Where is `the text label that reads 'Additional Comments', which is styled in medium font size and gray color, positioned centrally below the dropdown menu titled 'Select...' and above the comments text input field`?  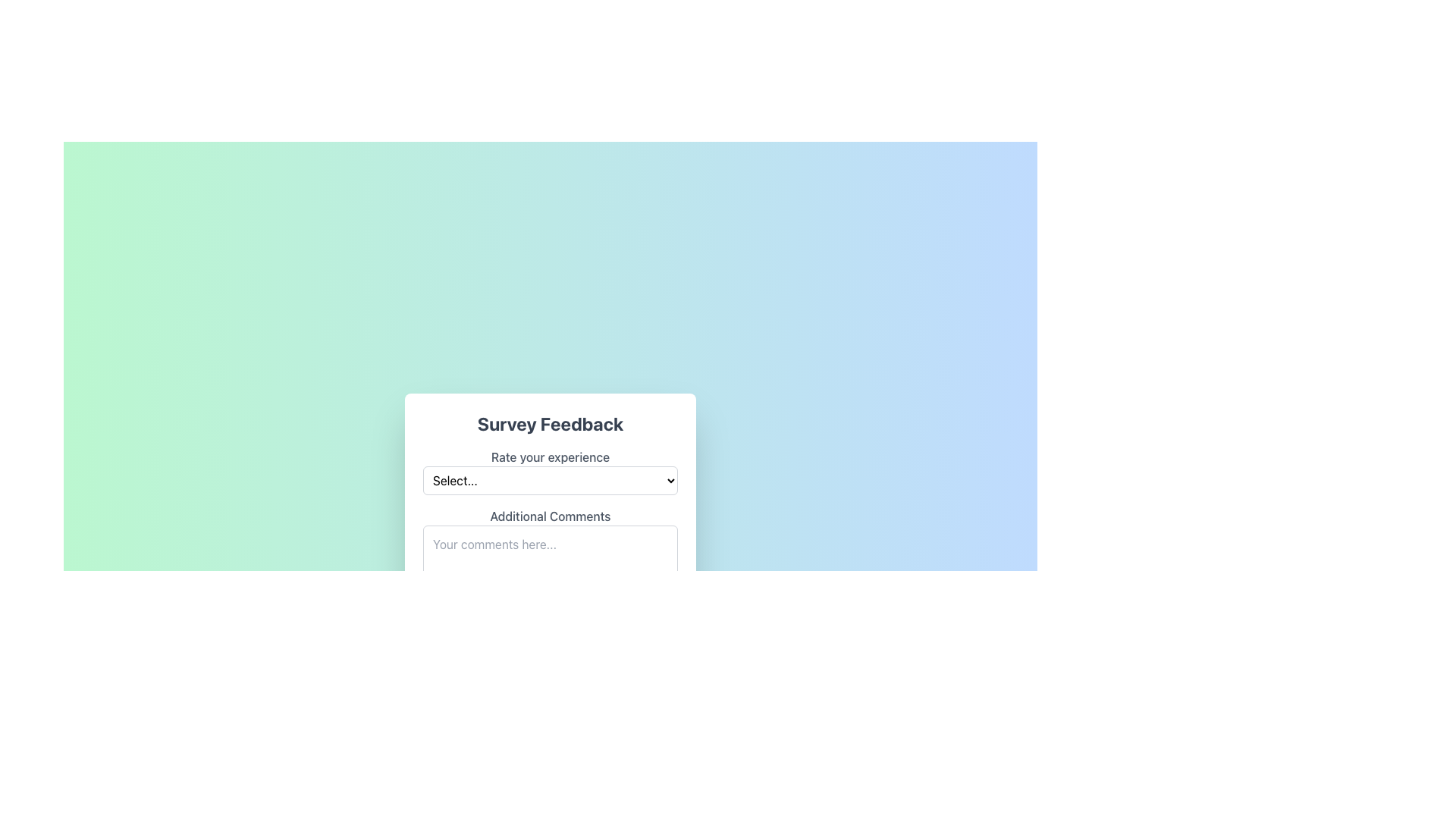 the text label that reads 'Additional Comments', which is styled in medium font size and gray color, positioned centrally below the dropdown menu titled 'Select...' and above the comments text input field is located at coordinates (549, 516).